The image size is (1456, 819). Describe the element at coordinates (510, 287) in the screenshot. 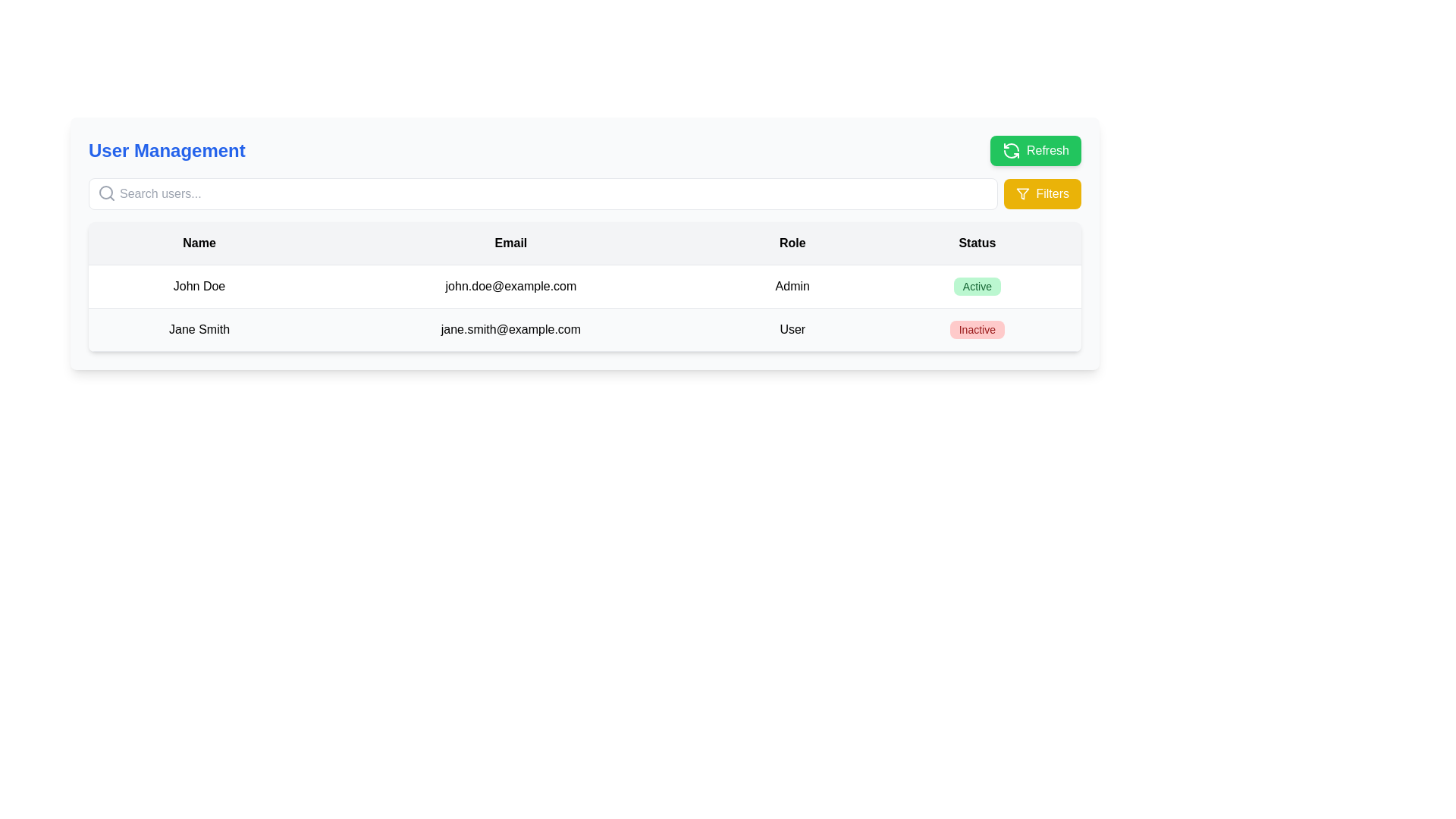

I see `the email address display text label located in the second column of the first row within the table-like structure` at that location.